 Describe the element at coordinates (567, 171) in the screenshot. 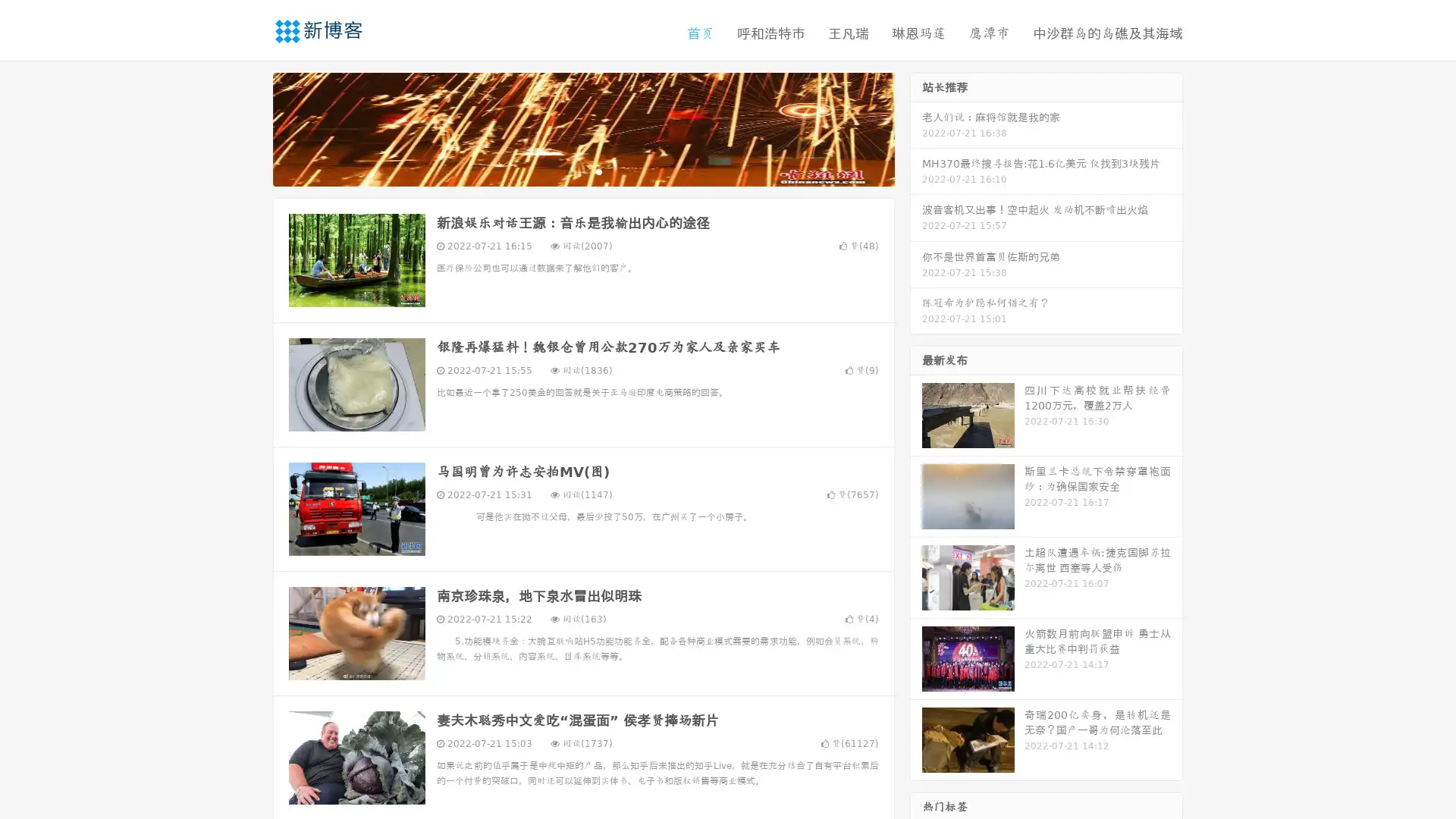

I see `Go to slide 1` at that location.